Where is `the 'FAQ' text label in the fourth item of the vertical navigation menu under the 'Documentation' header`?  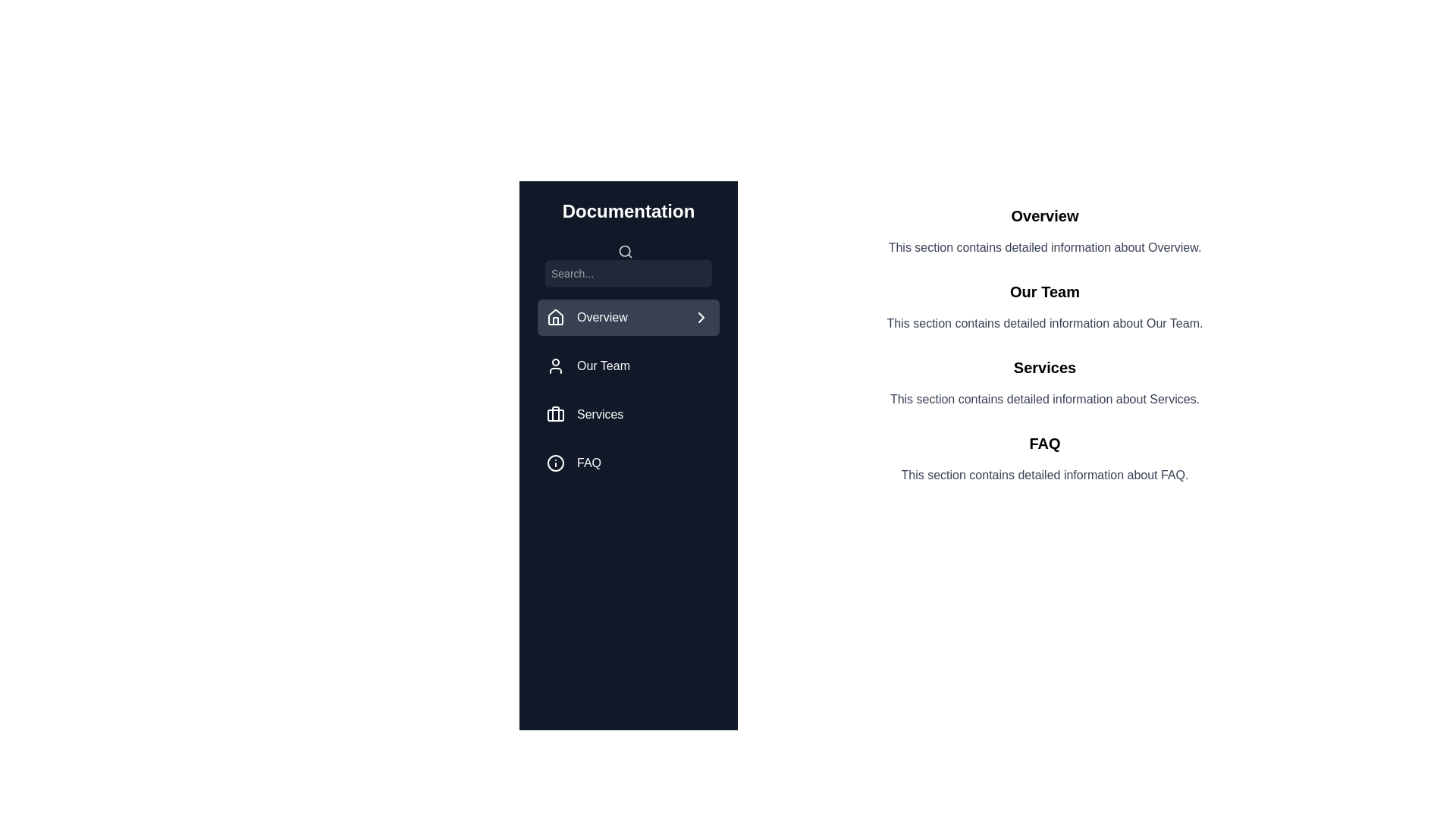 the 'FAQ' text label in the fourth item of the vertical navigation menu under the 'Documentation' header is located at coordinates (588, 462).